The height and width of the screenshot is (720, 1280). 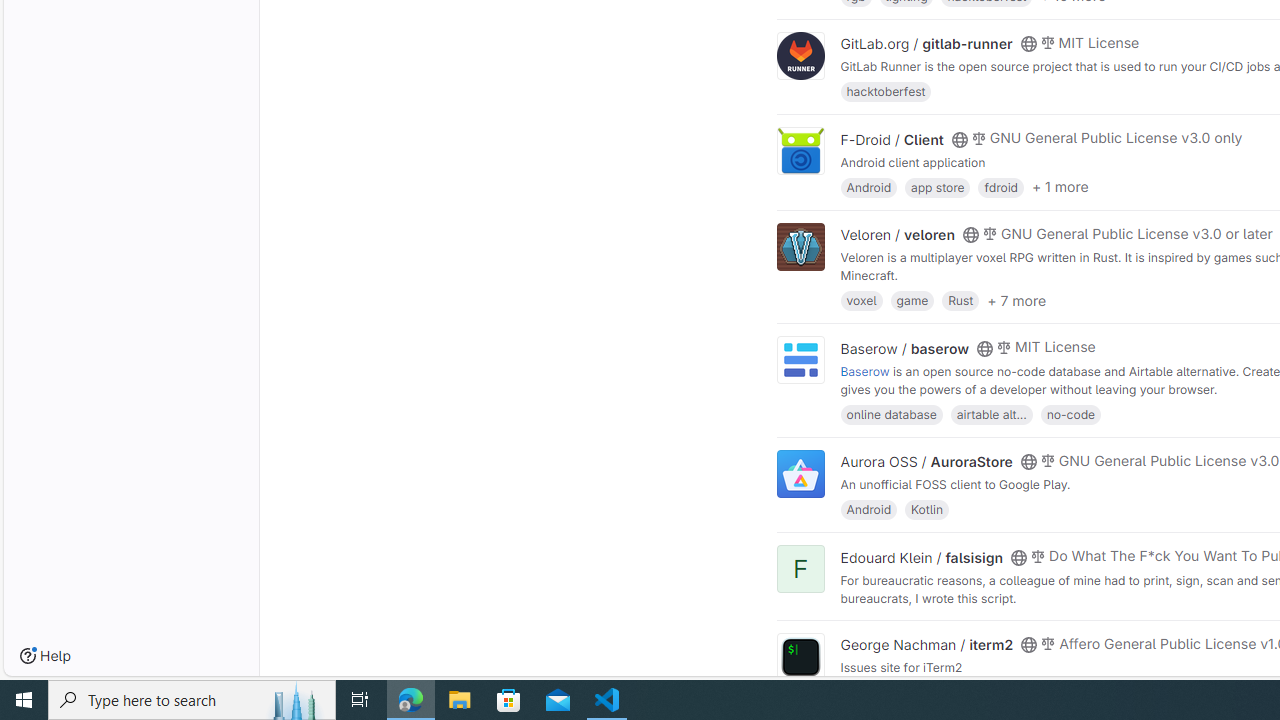 What do you see at coordinates (891, 138) in the screenshot?
I see `'F-Droid / Client'` at bounding box center [891, 138].